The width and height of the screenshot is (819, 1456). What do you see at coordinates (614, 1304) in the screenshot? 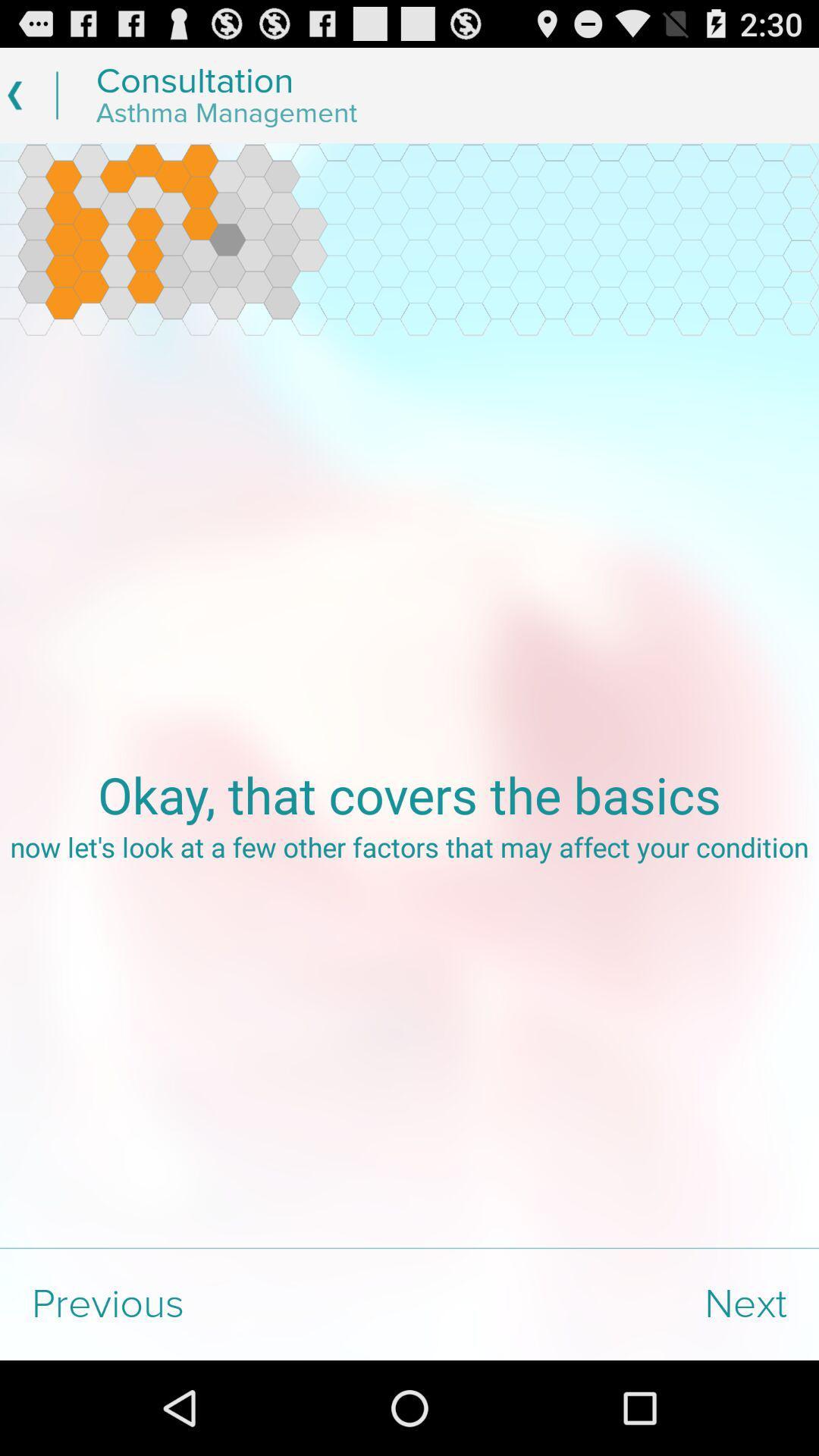
I see `next` at bounding box center [614, 1304].